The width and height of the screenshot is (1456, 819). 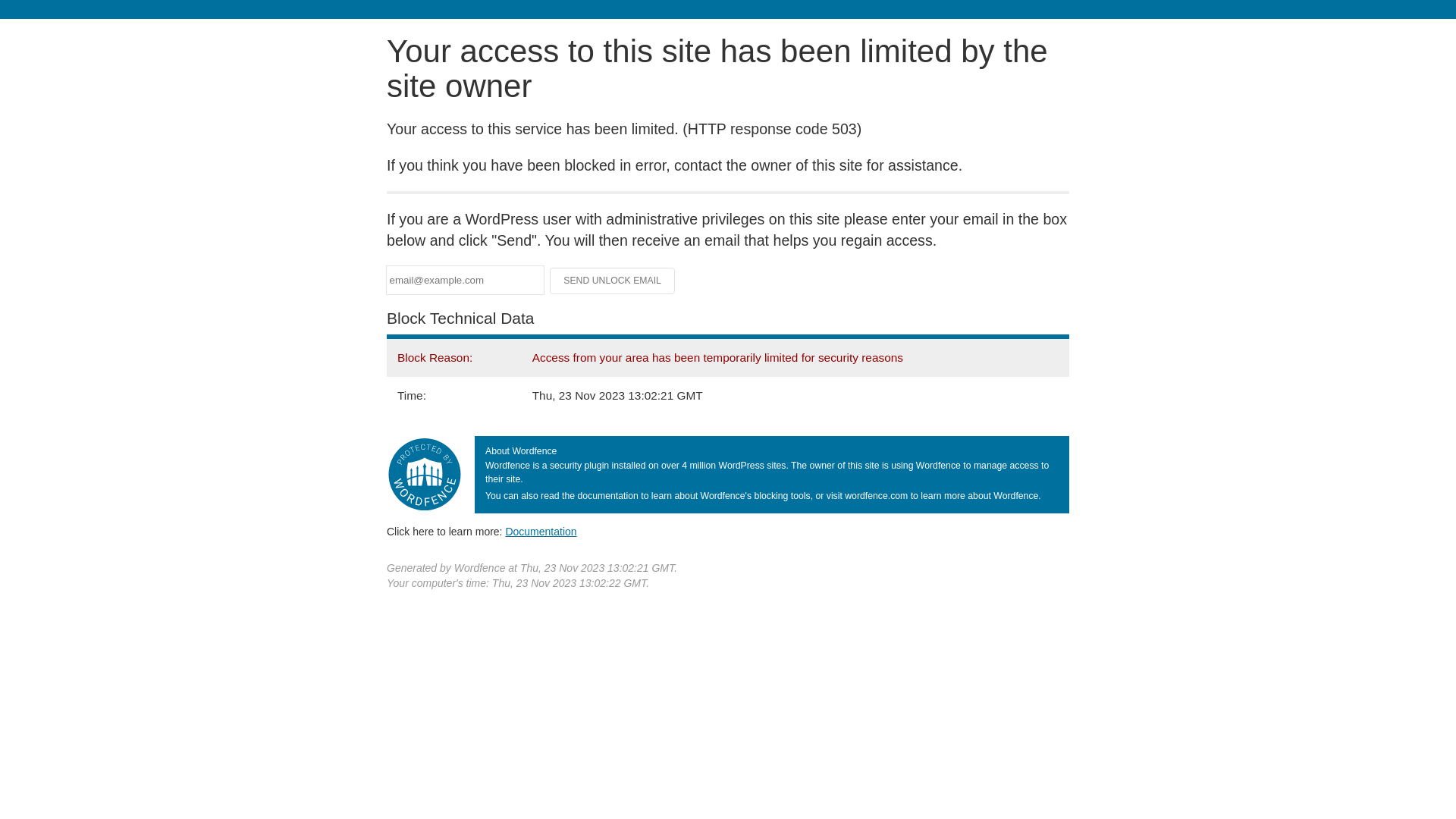 I want to click on 'Send Unlock Email', so click(x=612, y=281).